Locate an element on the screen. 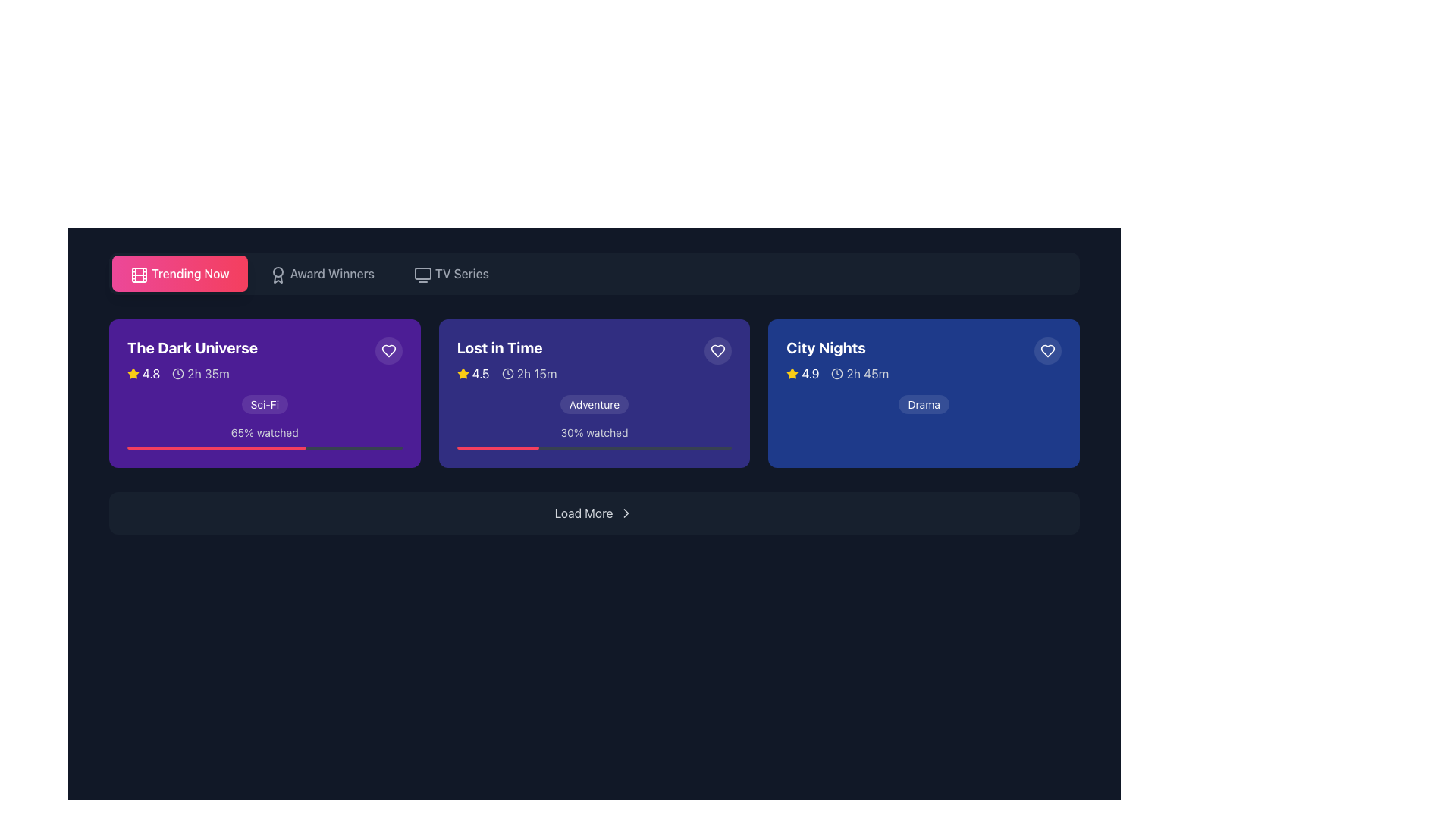 Image resolution: width=1456 pixels, height=819 pixels. the static text displaying '2h 45m', which is light gray and located in the rightmost card of a three-card grid layout, positioned near the top center of the card after a yellow star rating indicator is located at coordinates (860, 374).